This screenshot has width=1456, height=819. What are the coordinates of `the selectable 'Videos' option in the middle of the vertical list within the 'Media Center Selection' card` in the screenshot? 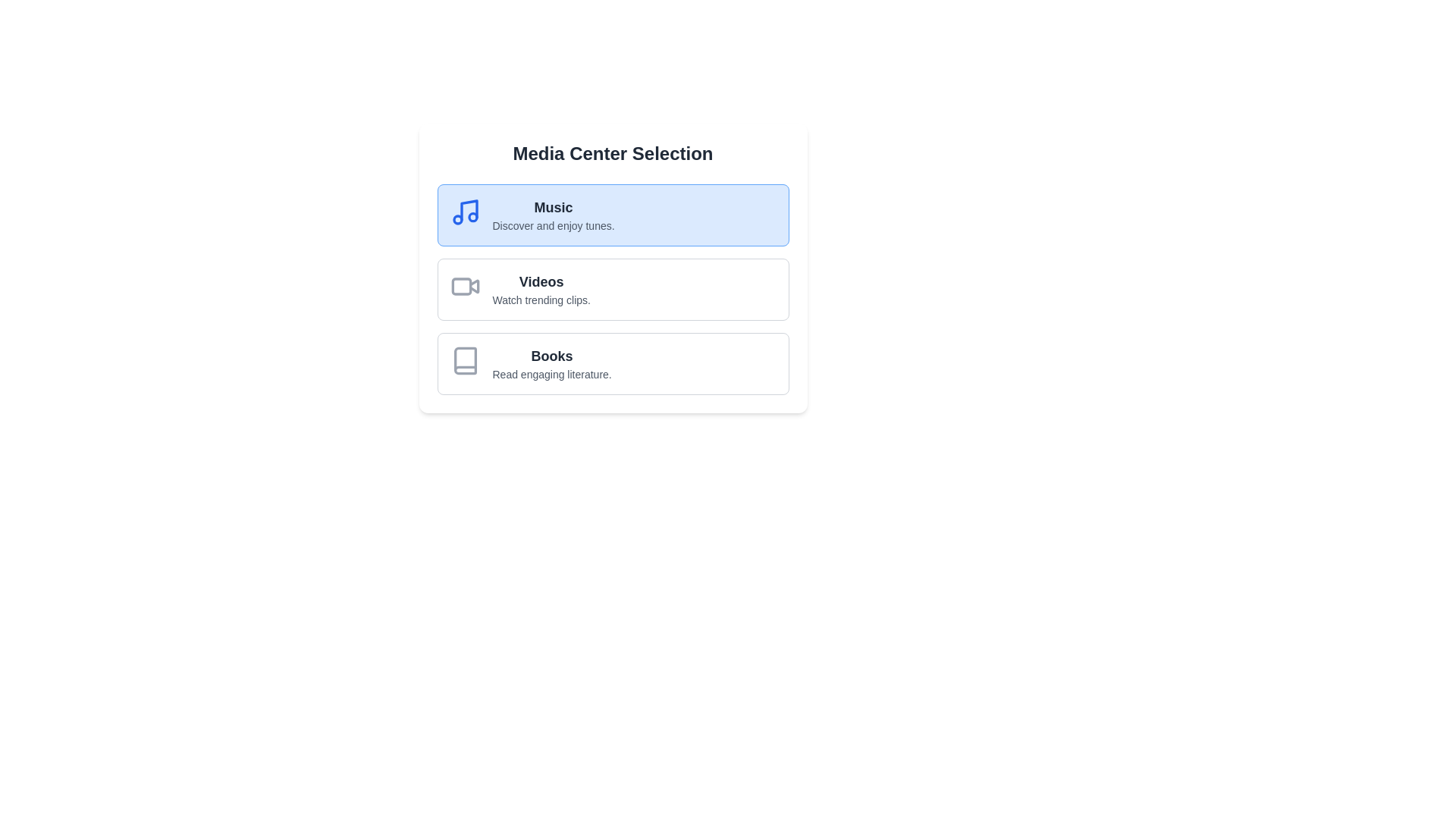 It's located at (541, 289).